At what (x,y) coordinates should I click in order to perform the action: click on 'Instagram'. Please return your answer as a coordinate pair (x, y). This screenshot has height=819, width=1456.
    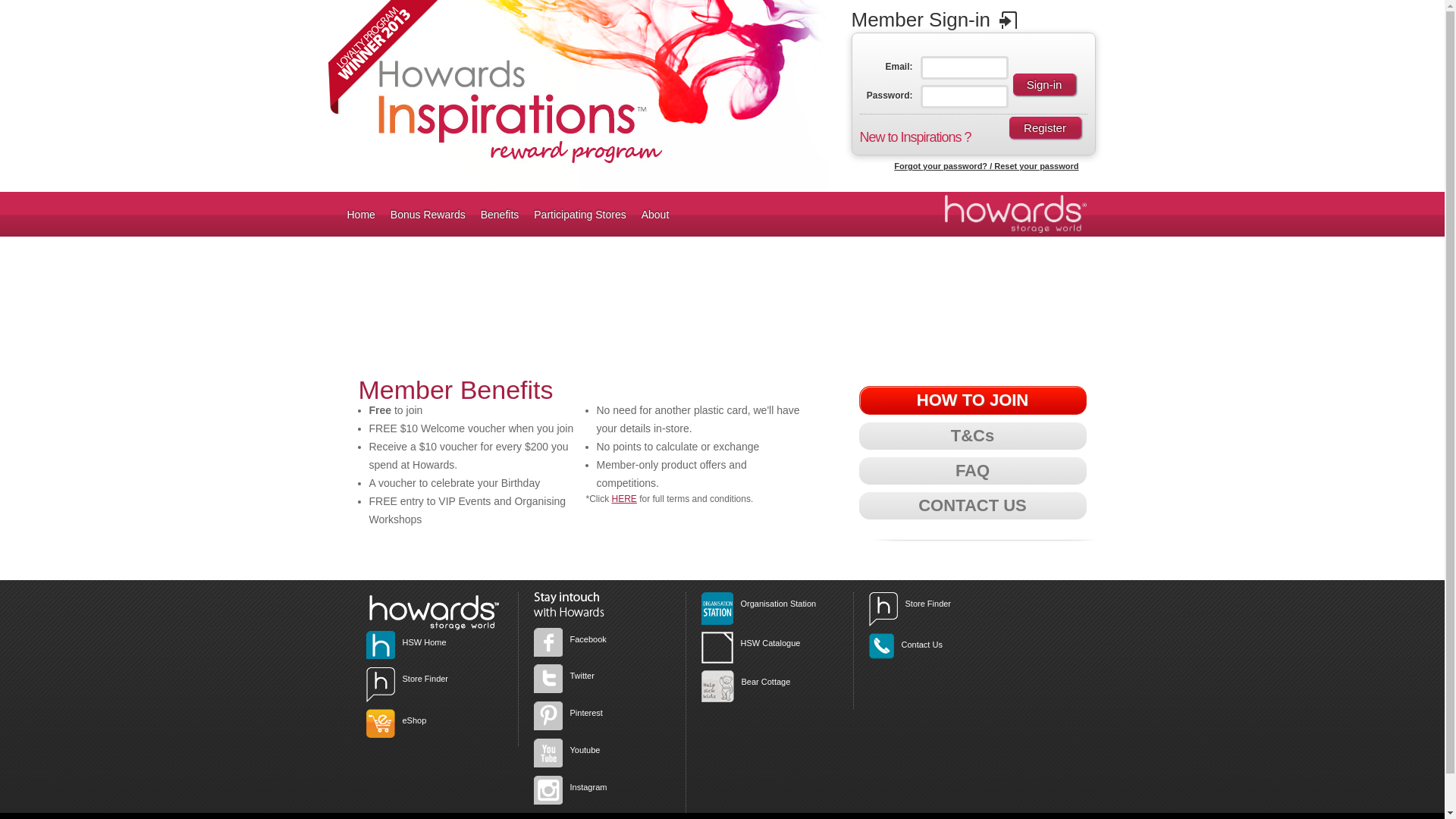
    Looking at the image, I should click on (588, 786).